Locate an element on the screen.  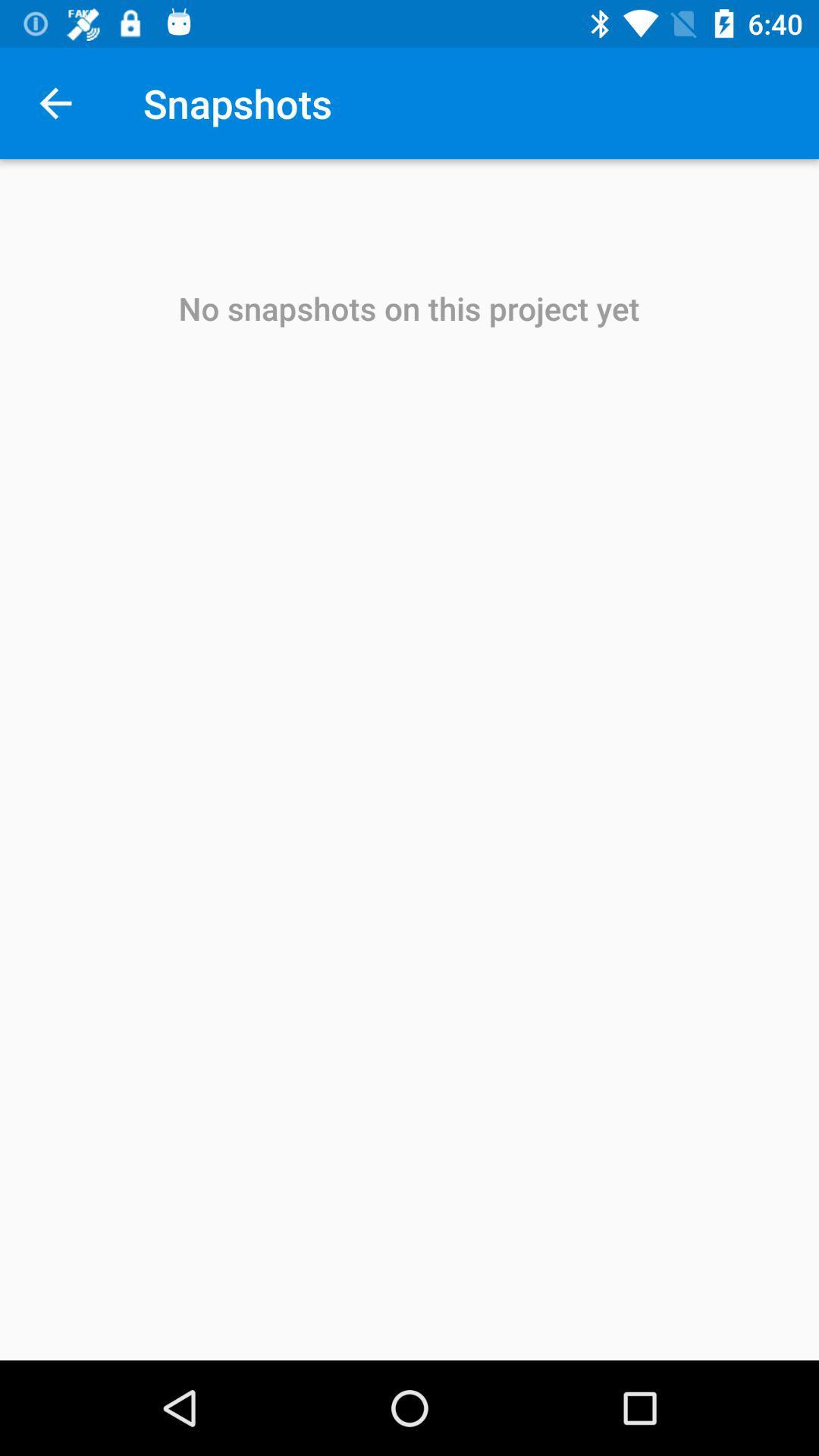
the item to the left of the snapshots icon is located at coordinates (55, 102).